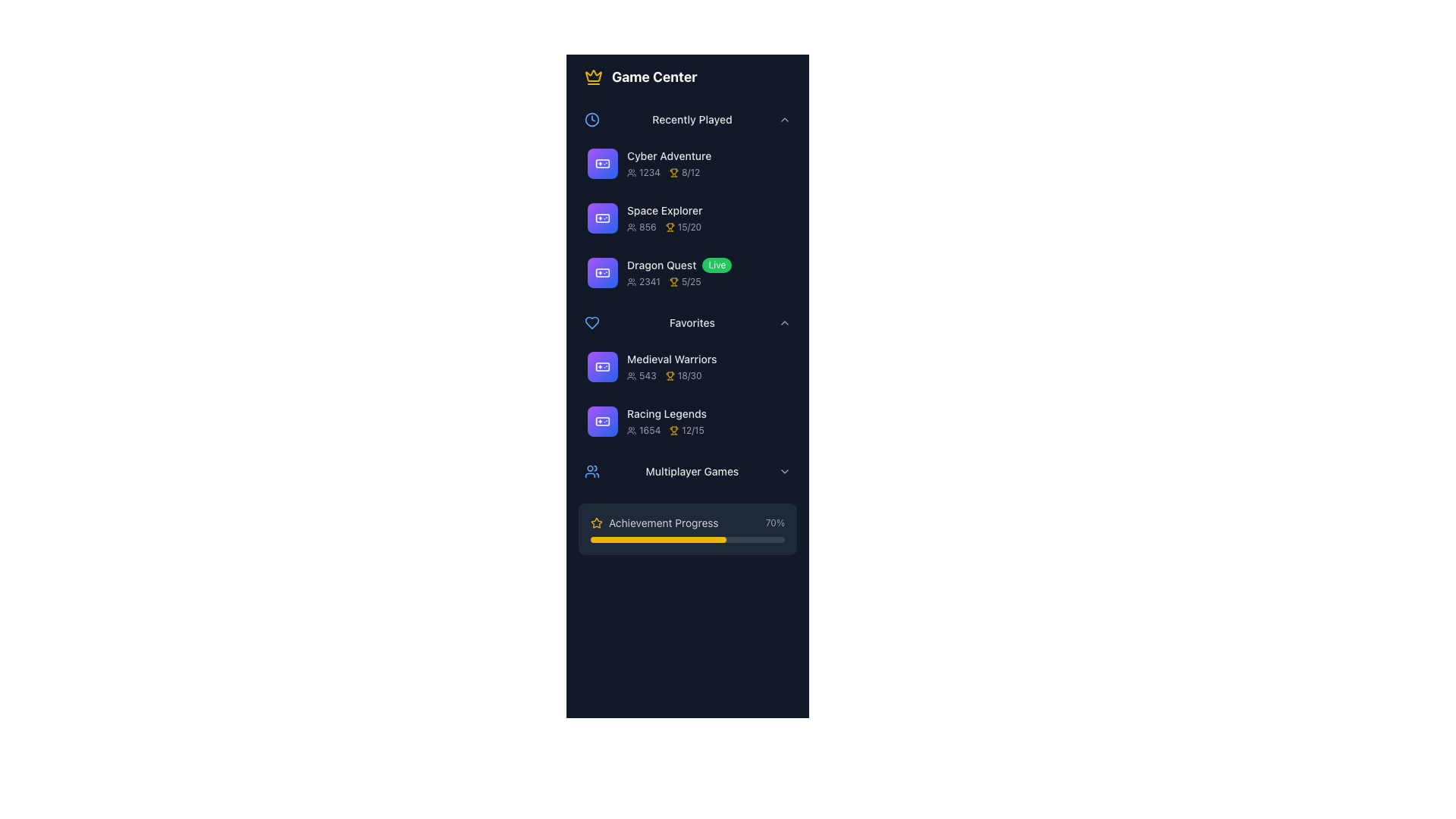 The height and width of the screenshot is (819, 1456). What do you see at coordinates (689, 375) in the screenshot?
I see `text from the Text Label indicating user progress or count, located to the right of the numerical trophy count in the 'Favorites' section of the 'Medieval Warriors' item` at bounding box center [689, 375].